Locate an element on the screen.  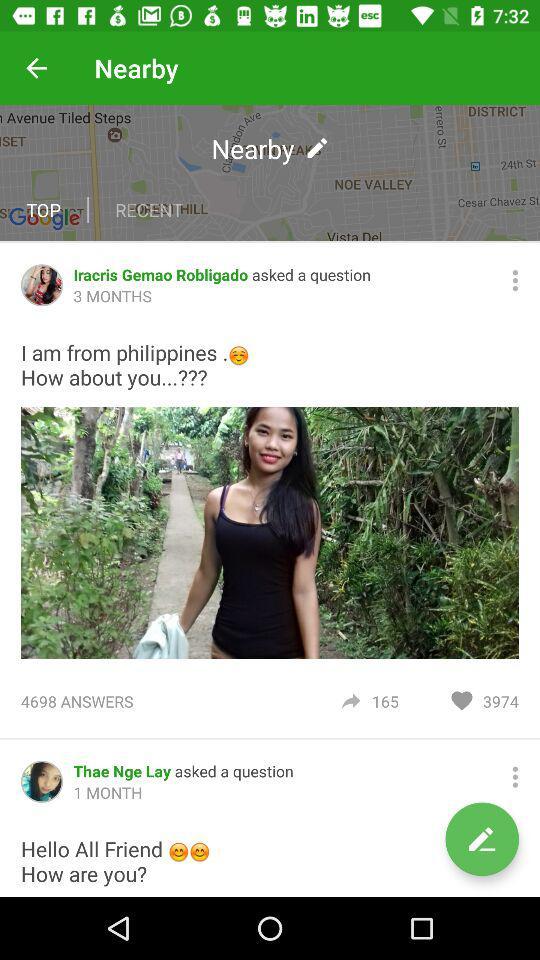
app to the left of the nearby is located at coordinates (36, 68).